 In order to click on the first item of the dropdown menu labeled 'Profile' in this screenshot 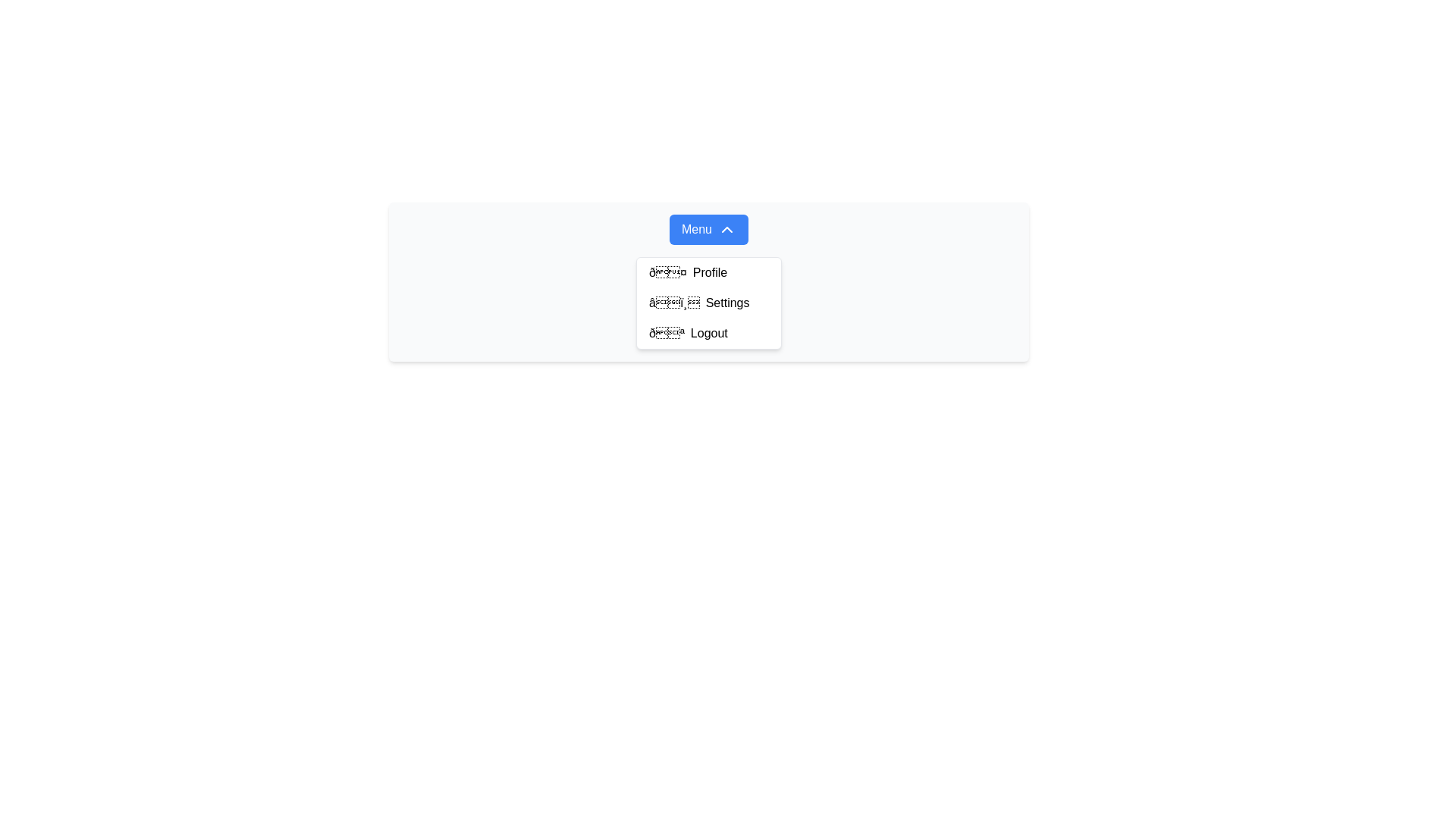, I will do `click(708, 271)`.